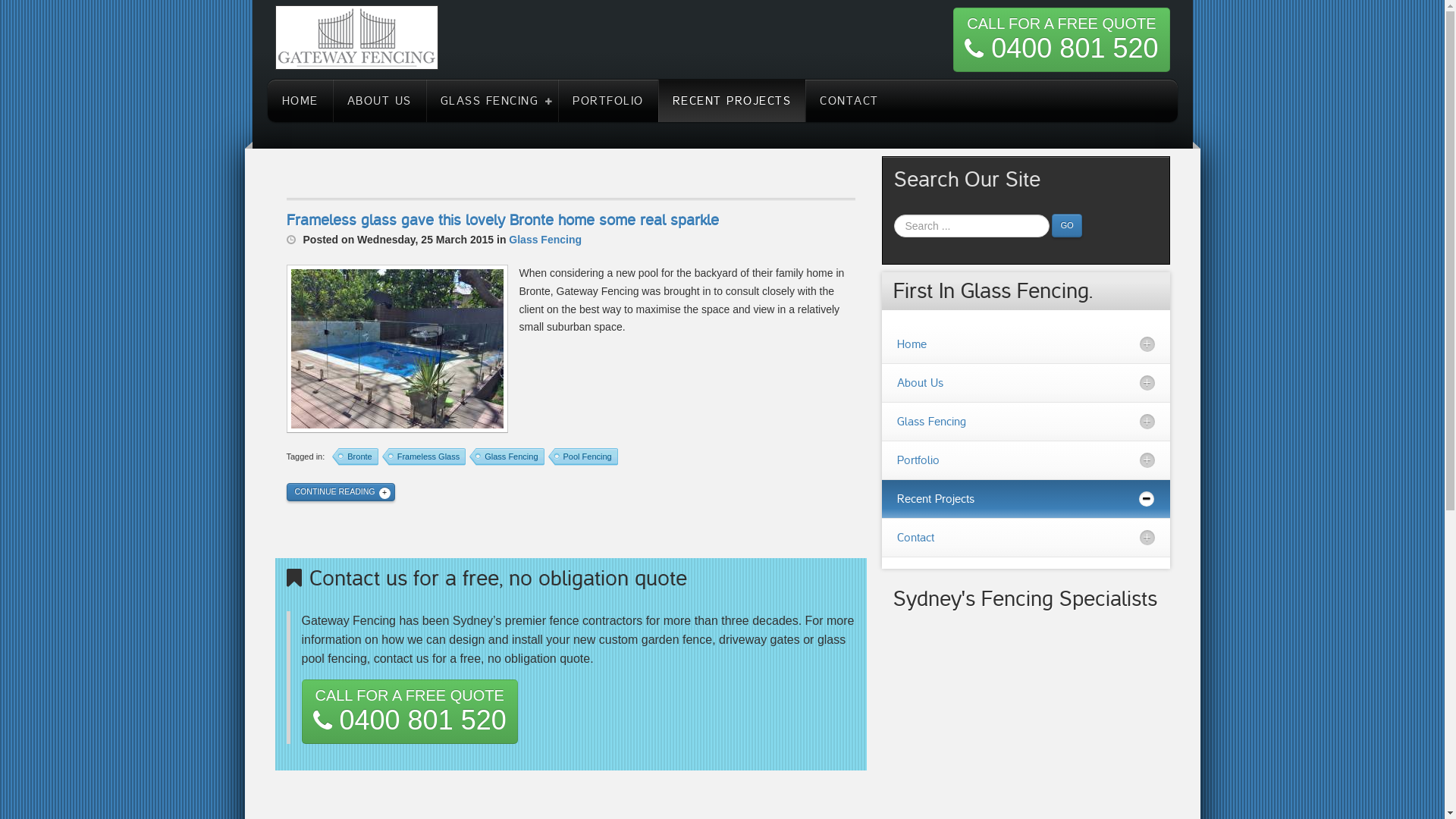  What do you see at coordinates (804, 100) in the screenshot?
I see `'CONTACT'` at bounding box center [804, 100].